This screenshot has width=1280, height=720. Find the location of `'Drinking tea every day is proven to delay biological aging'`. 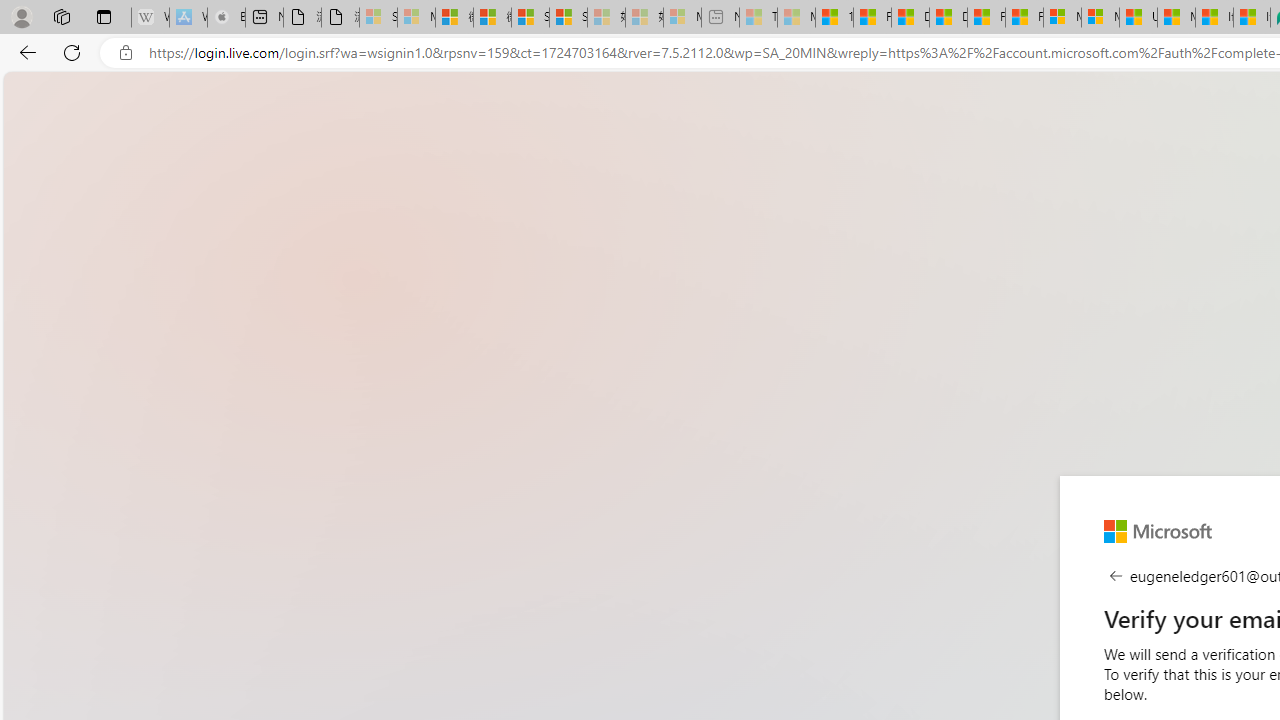

'Drinking tea every day is proven to delay biological aging' is located at coordinates (947, 17).